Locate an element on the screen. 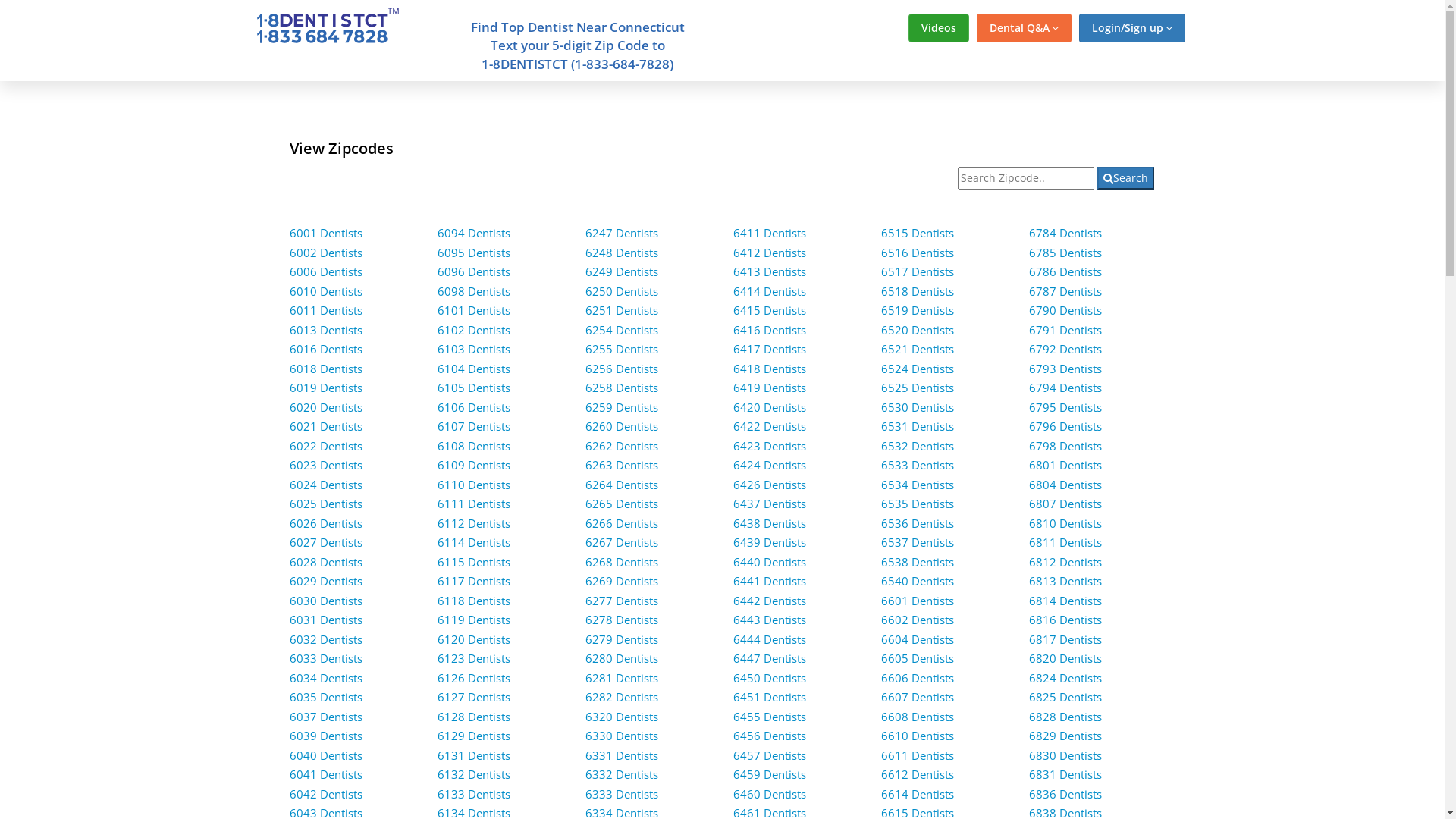 The width and height of the screenshot is (1456, 819). '6282 Dentists' is located at coordinates (585, 696).